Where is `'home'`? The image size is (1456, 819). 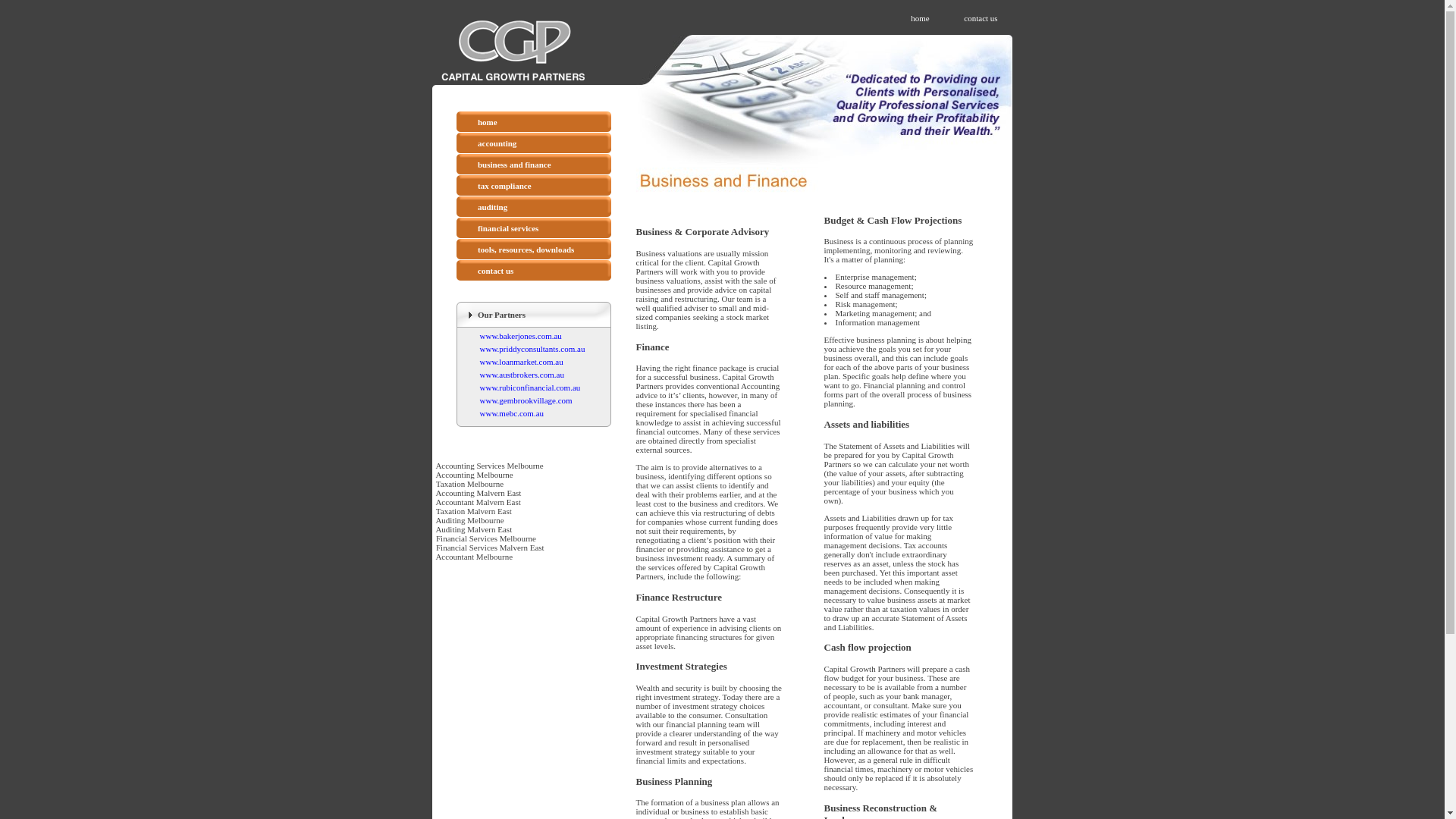
'home' is located at coordinates (910, 17).